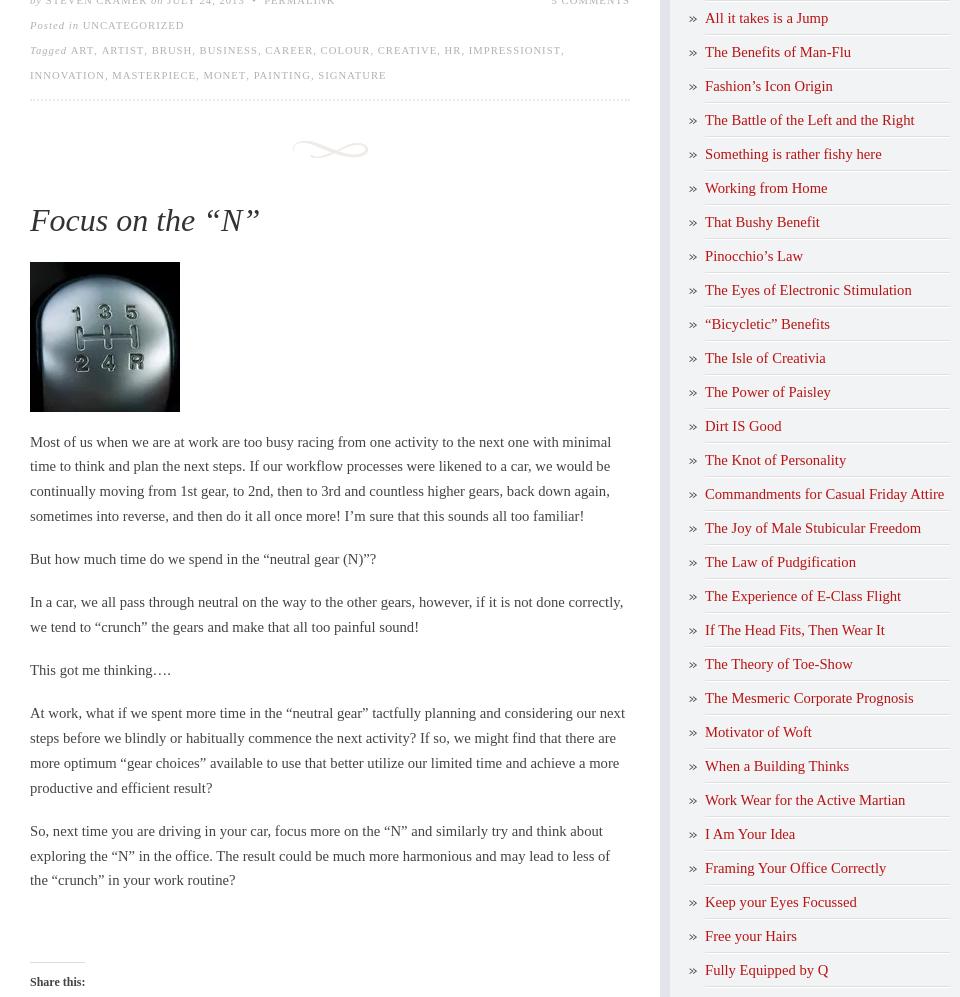 The height and width of the screenshot is (997, 960). Describe the element at coordinates (345, 49) in the screenshot. I see `'colour'` at that location.